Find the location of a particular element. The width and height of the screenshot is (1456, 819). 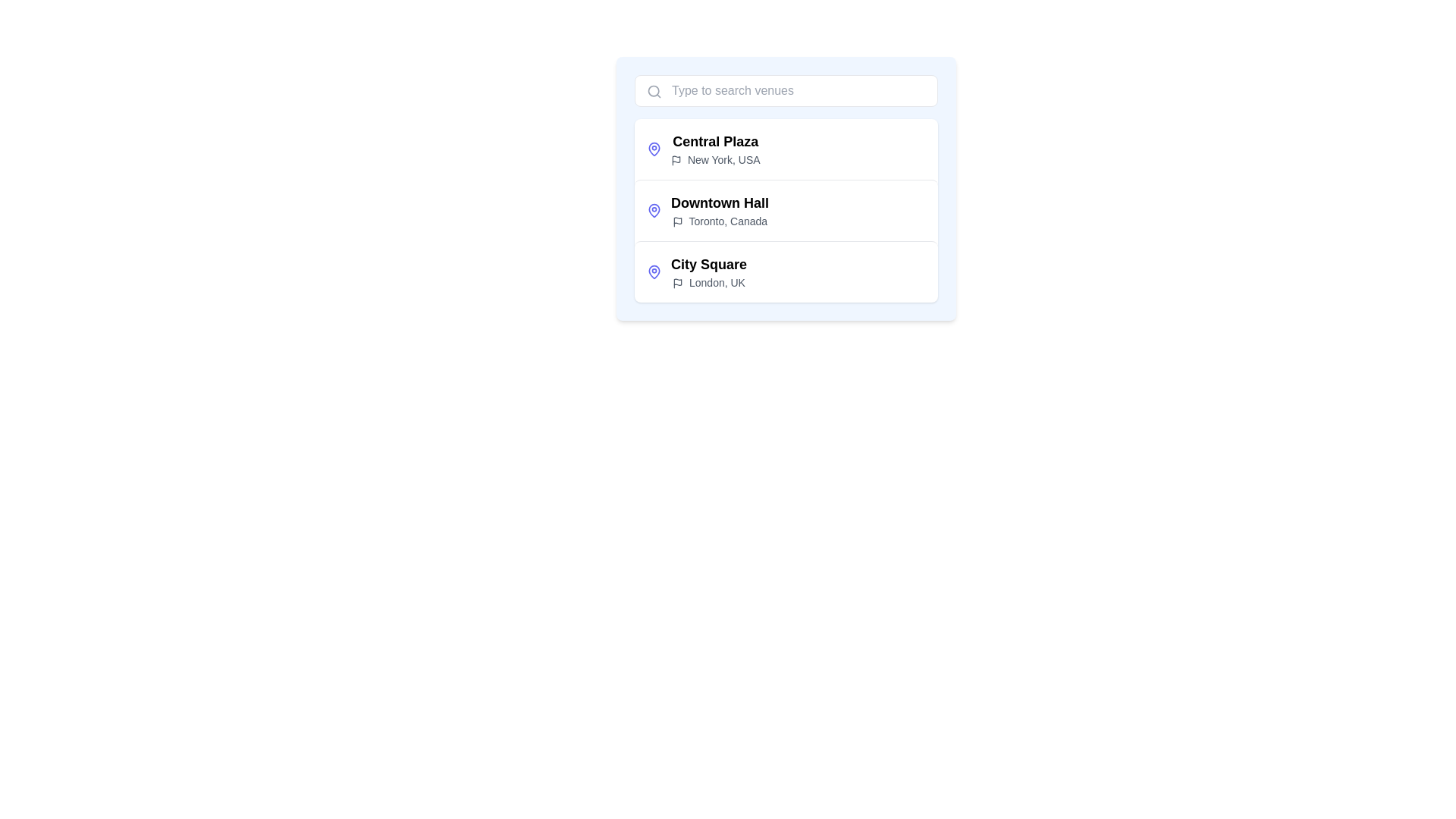

the appearance of the search icon located at the top-left corner inside the search input field is located at coordinates (654, 91).